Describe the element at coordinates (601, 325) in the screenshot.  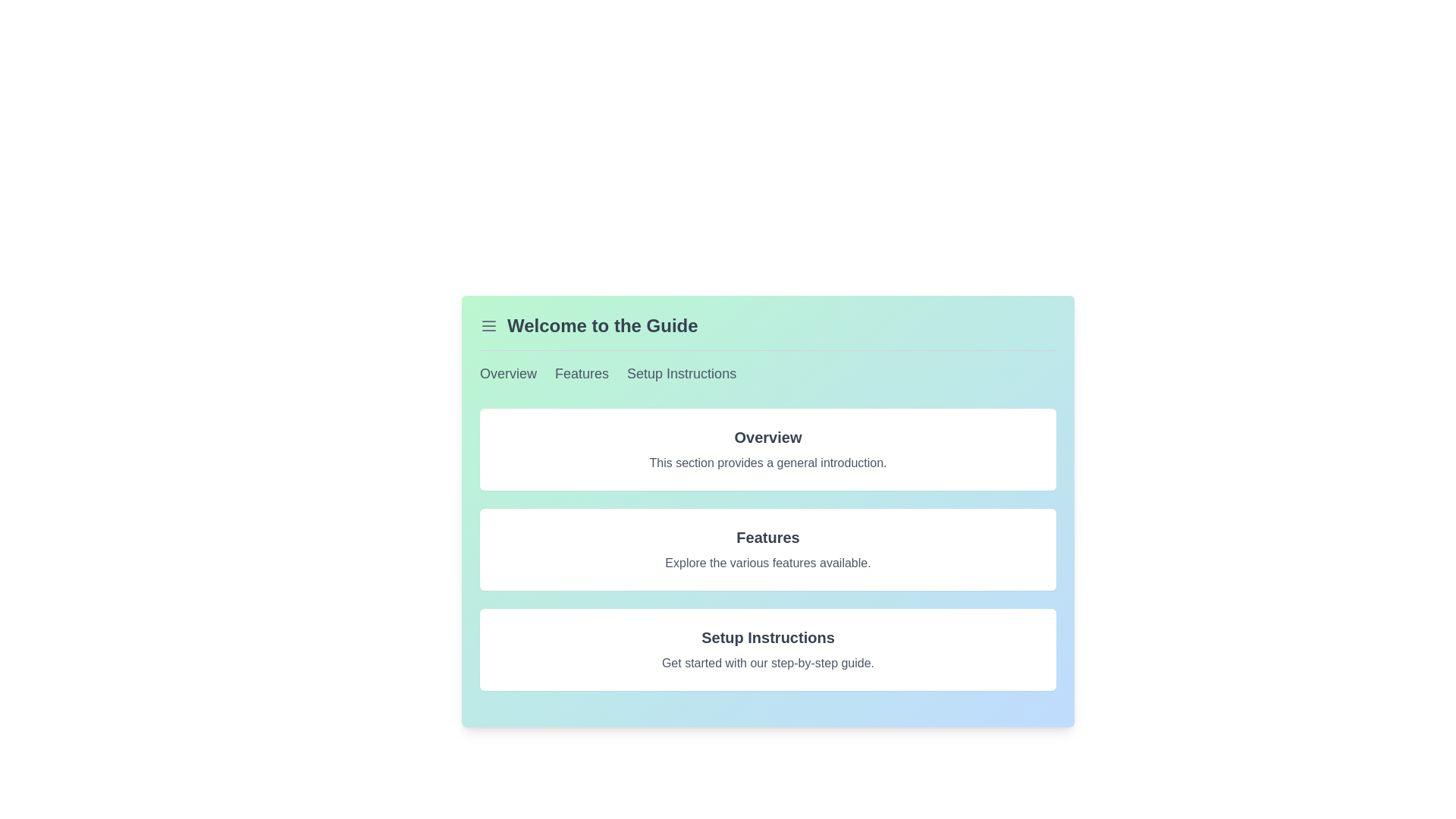
I see `the text header 'Welcome to the Guide', which is styled in a large, bold font and centrally aligned at the top section of the interface` at that location.